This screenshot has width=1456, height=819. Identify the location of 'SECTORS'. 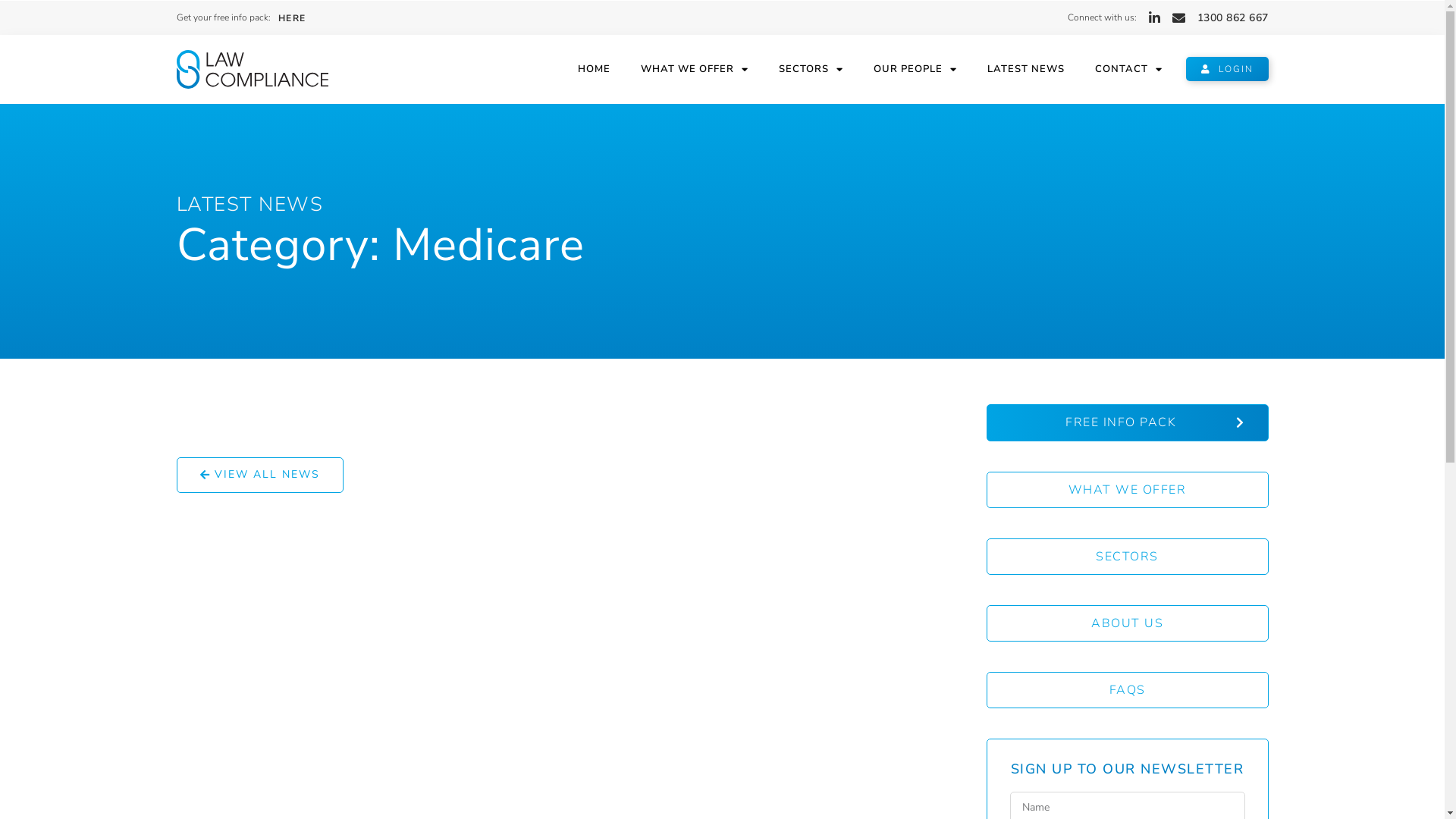
(810, 69).